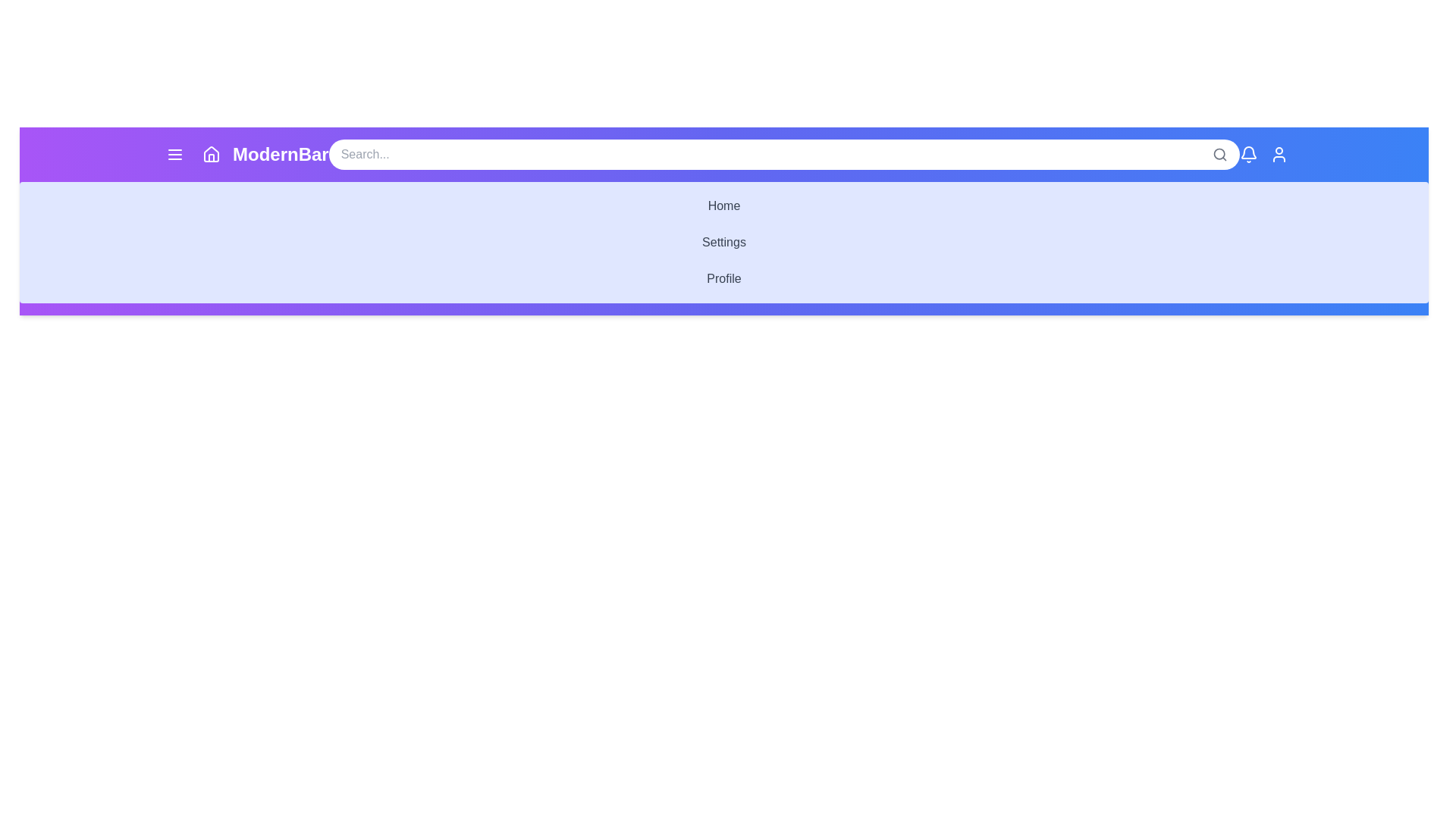  What do you see at coordinates (1278, 155) in the screenshot?
I see `the user icon in the ModernAppBar` at bounding box center [1278, 155].